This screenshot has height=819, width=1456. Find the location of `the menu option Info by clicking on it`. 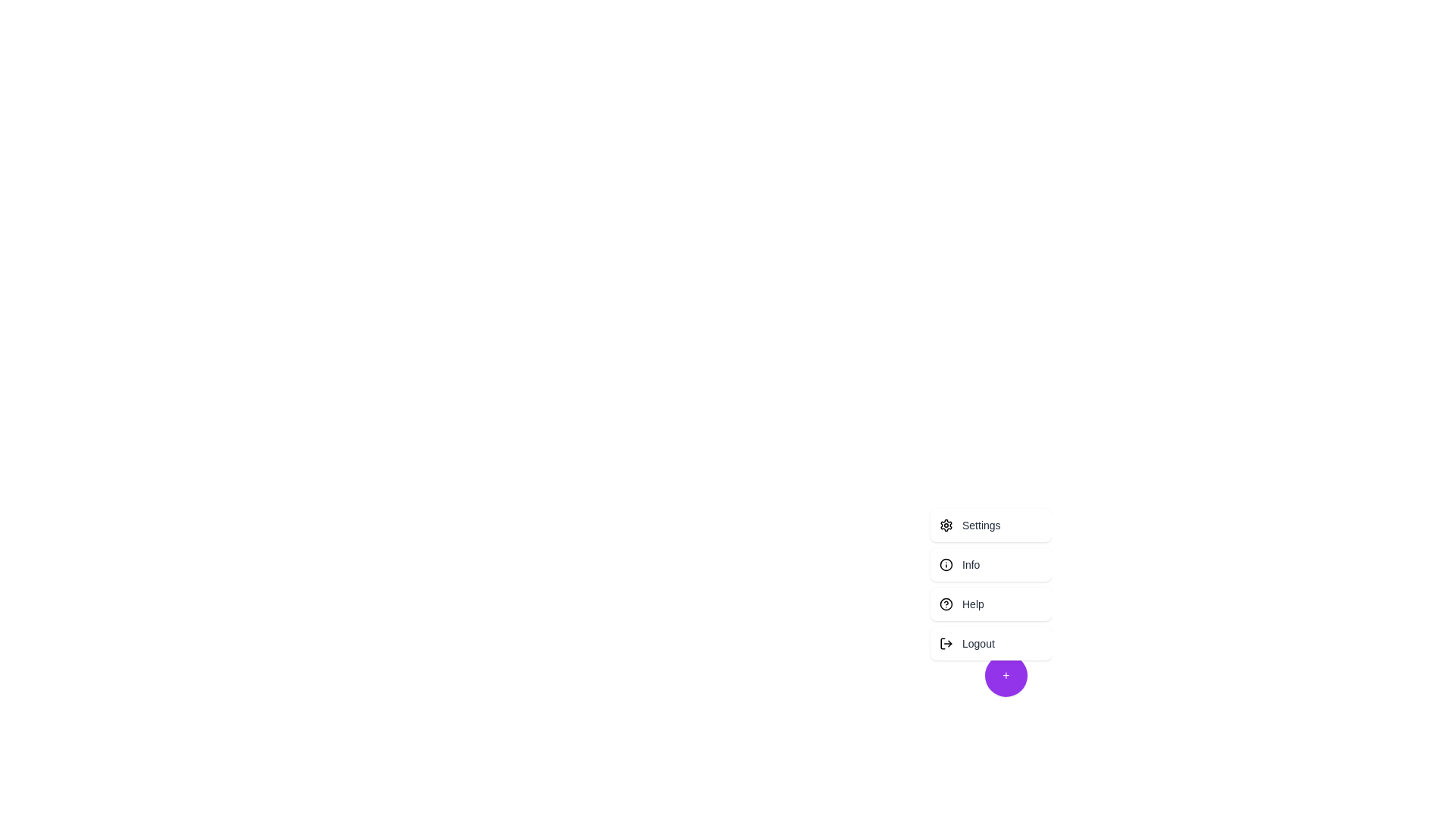

the menu option Info by clicking on it is located at coordinates (990, 564).